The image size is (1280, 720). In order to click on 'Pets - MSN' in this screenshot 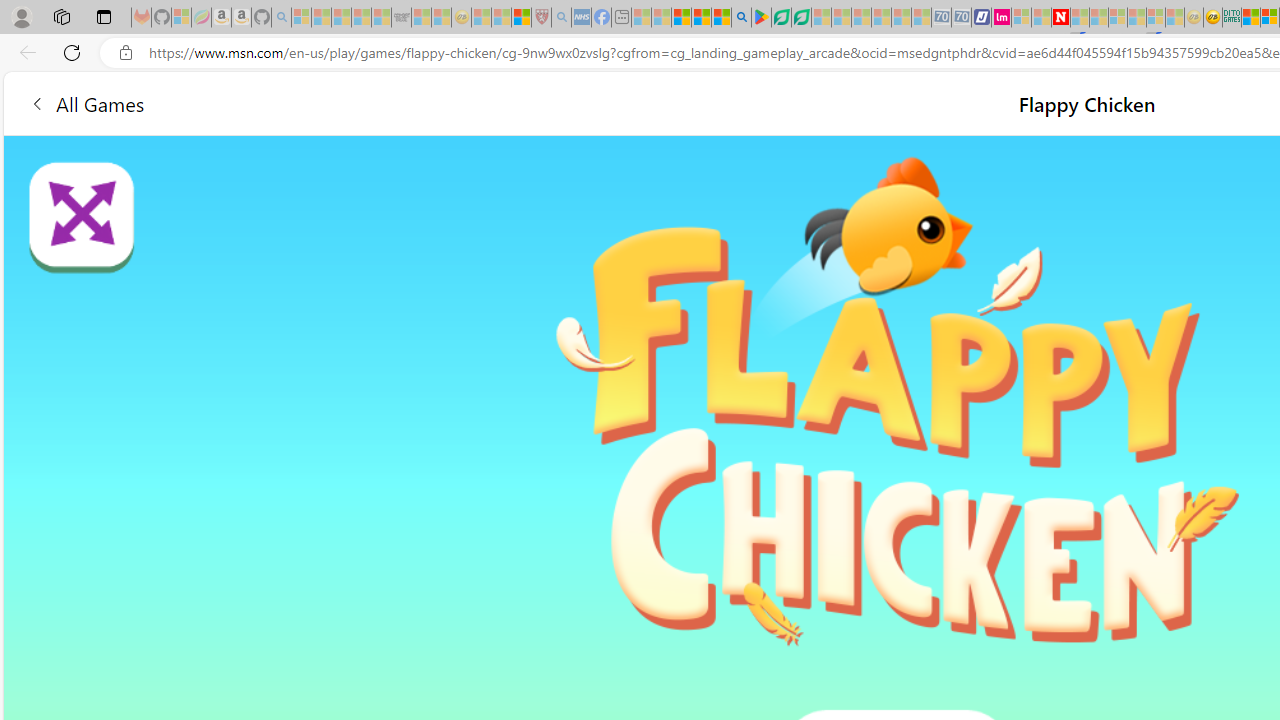, I will do `click(701, 17)`.